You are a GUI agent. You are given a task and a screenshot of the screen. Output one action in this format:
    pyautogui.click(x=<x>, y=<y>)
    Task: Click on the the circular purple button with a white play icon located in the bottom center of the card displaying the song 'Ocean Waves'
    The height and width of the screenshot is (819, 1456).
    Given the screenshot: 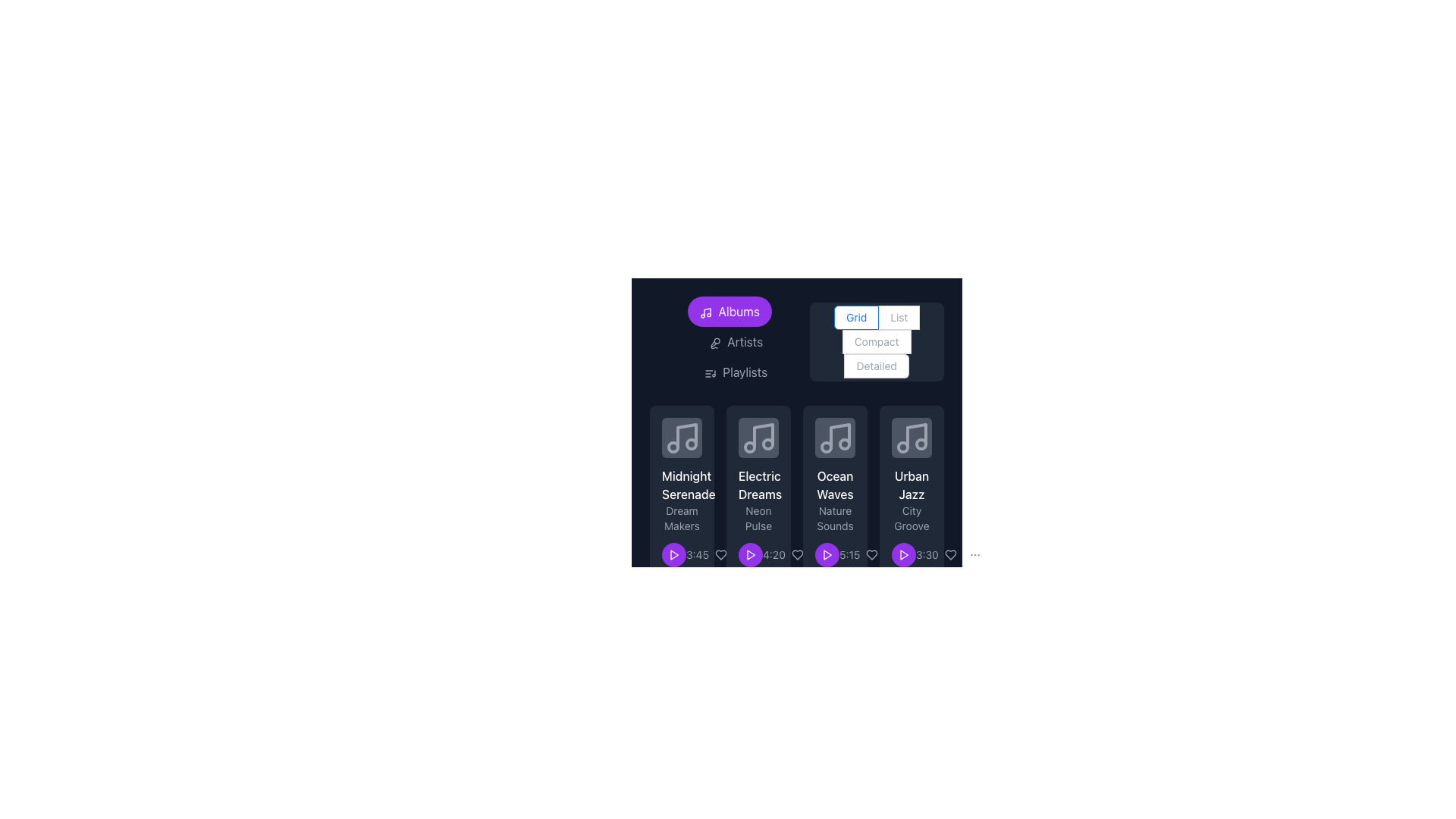 What is the action you would take?
    pyautogui.click(x=826, y=555)
    